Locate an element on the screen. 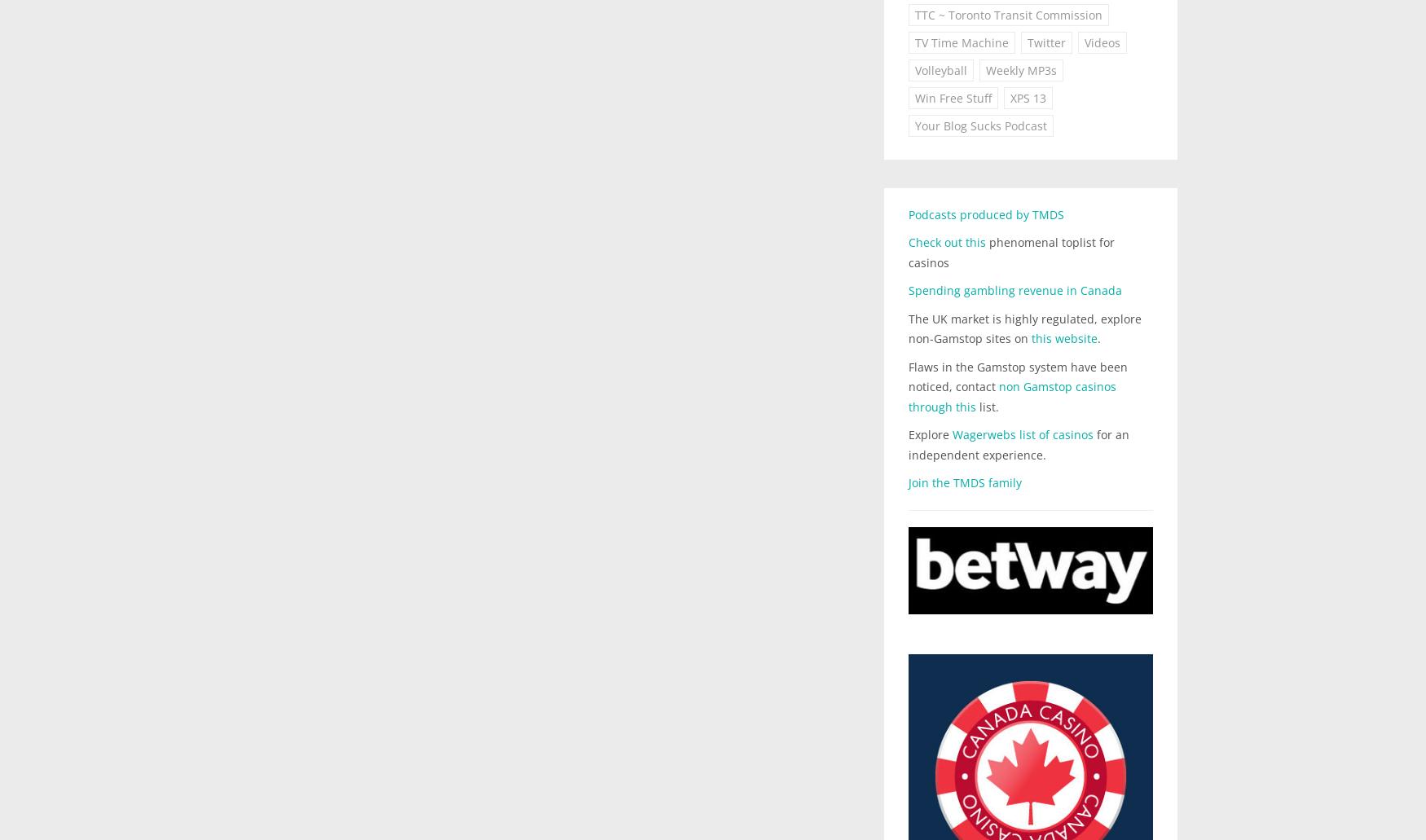 The width and height of the screenshot is (1426, 840). 'XPS 13' is located at coordinates (1027, 96).